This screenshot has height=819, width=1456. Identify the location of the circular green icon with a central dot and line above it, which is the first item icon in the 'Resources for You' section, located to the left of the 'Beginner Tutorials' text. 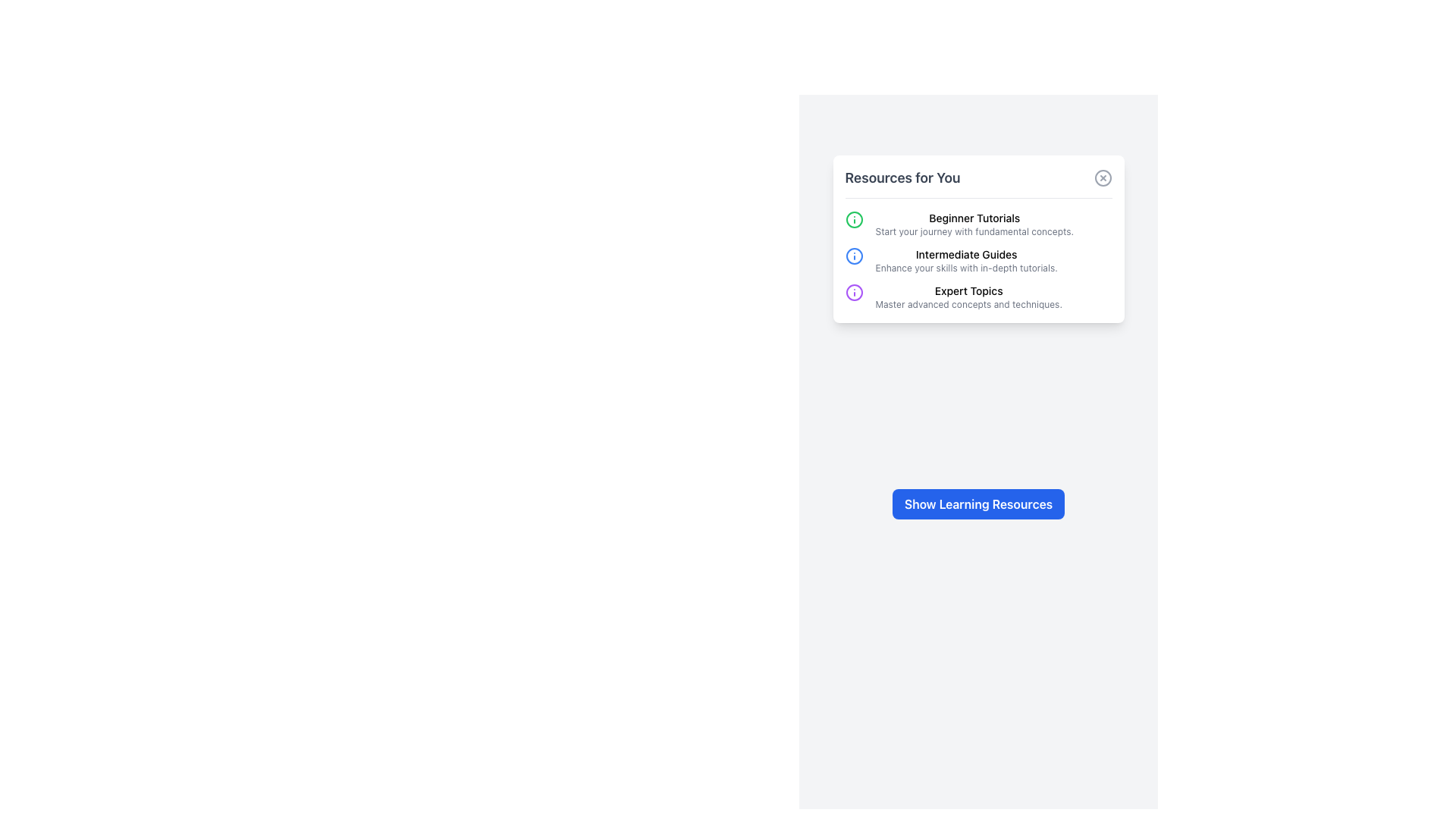
(854, 219).